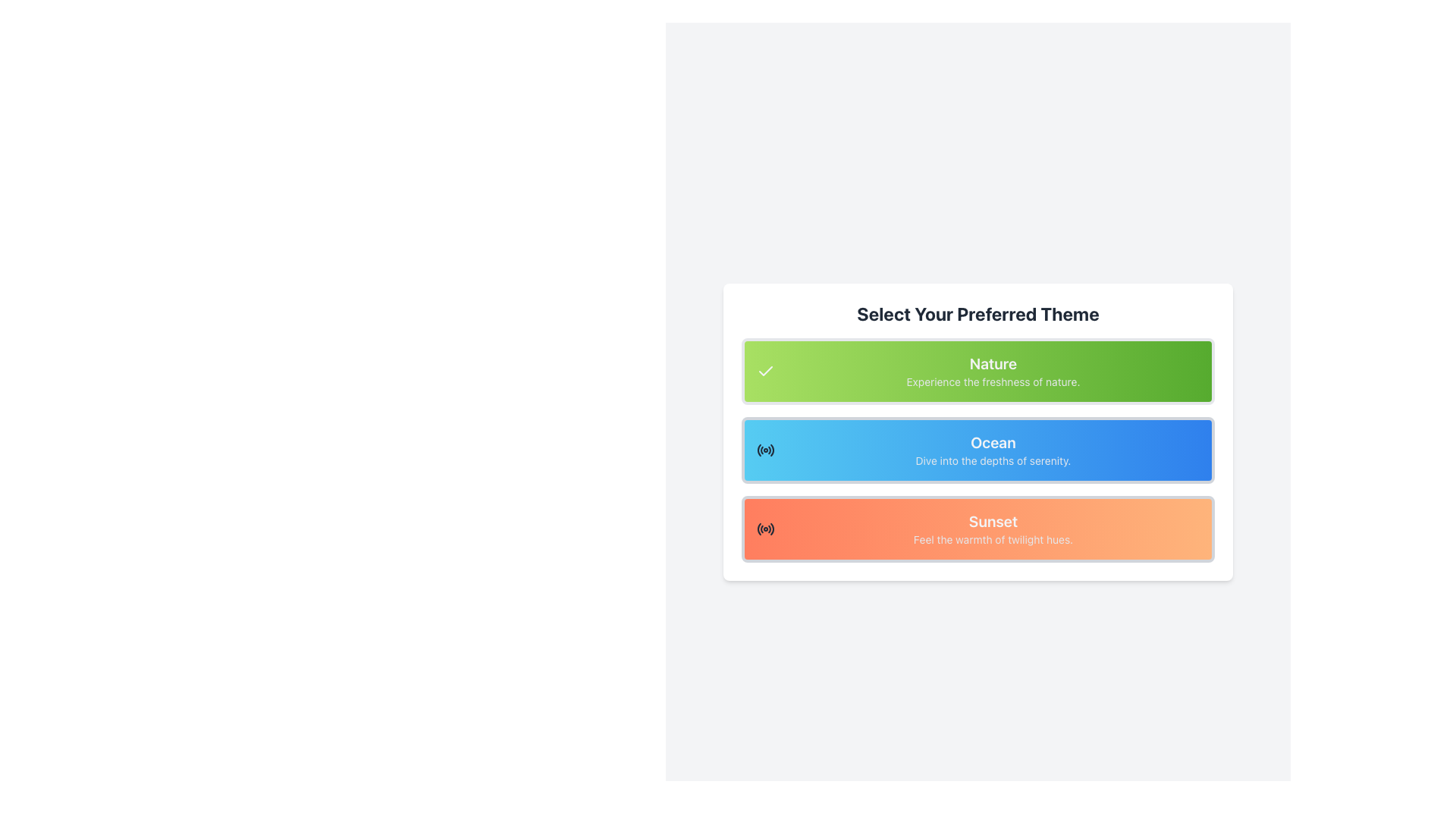 The height and width of the screenshot is (819, 1456). Describe the element at coordinates (978, 529) in the screenshot. I see `the 'Sunset' button with a gradient background, which is the third element in a vertical list, to trigger hover-related effects` at that location.